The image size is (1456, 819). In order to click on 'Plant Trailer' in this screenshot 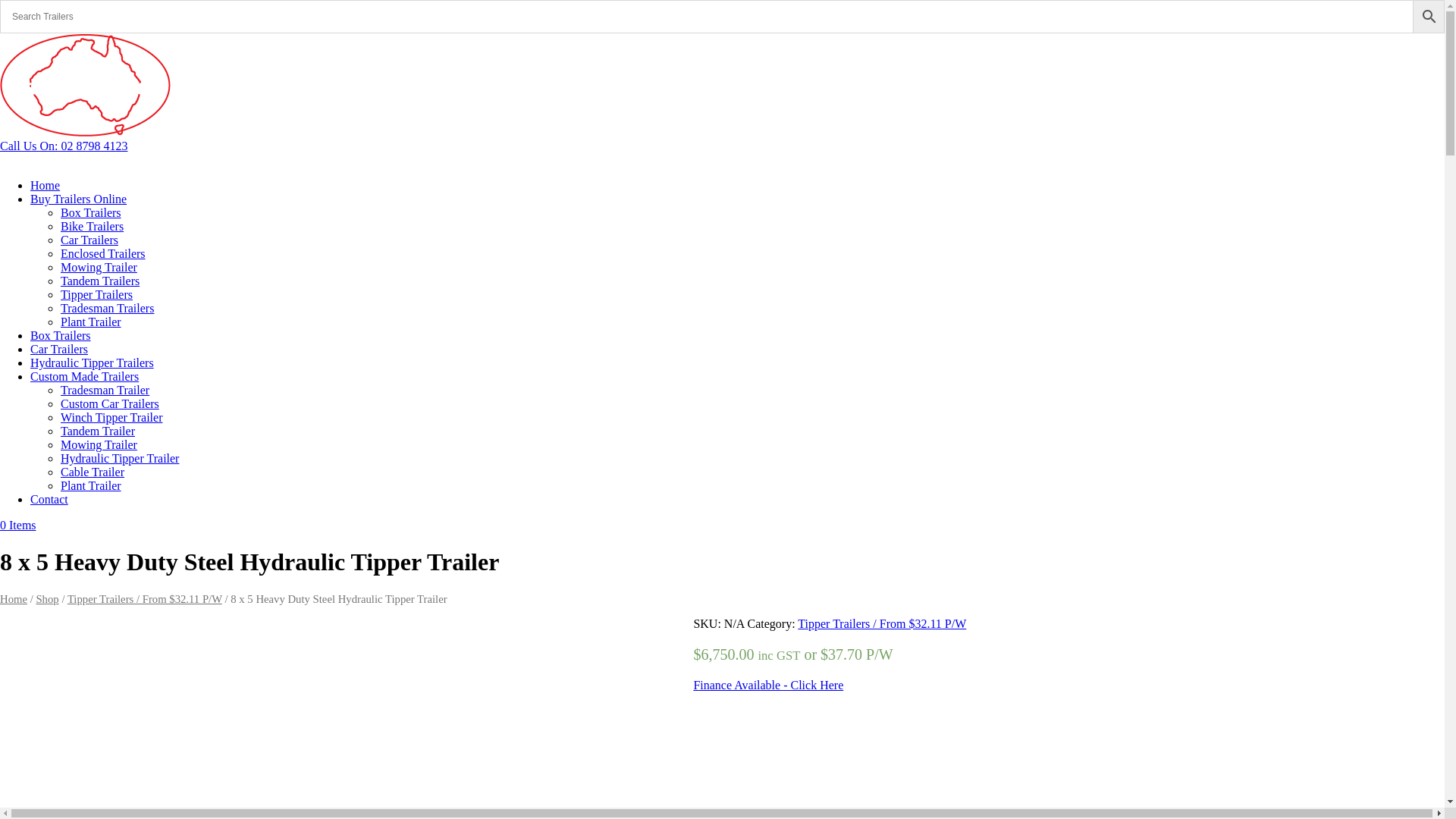, I will do `click(90, 321)`.